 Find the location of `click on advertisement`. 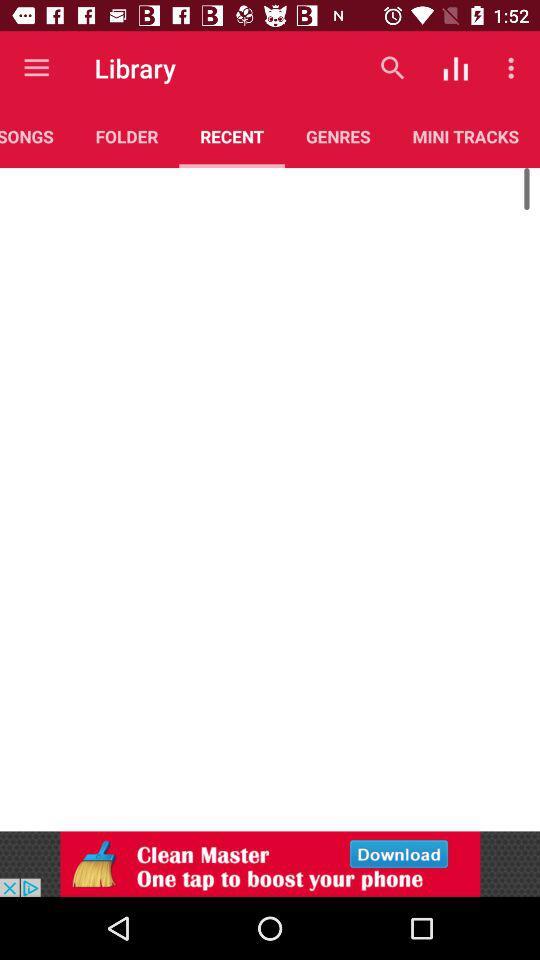

click on advertisement is located at coordinates (270, 863).